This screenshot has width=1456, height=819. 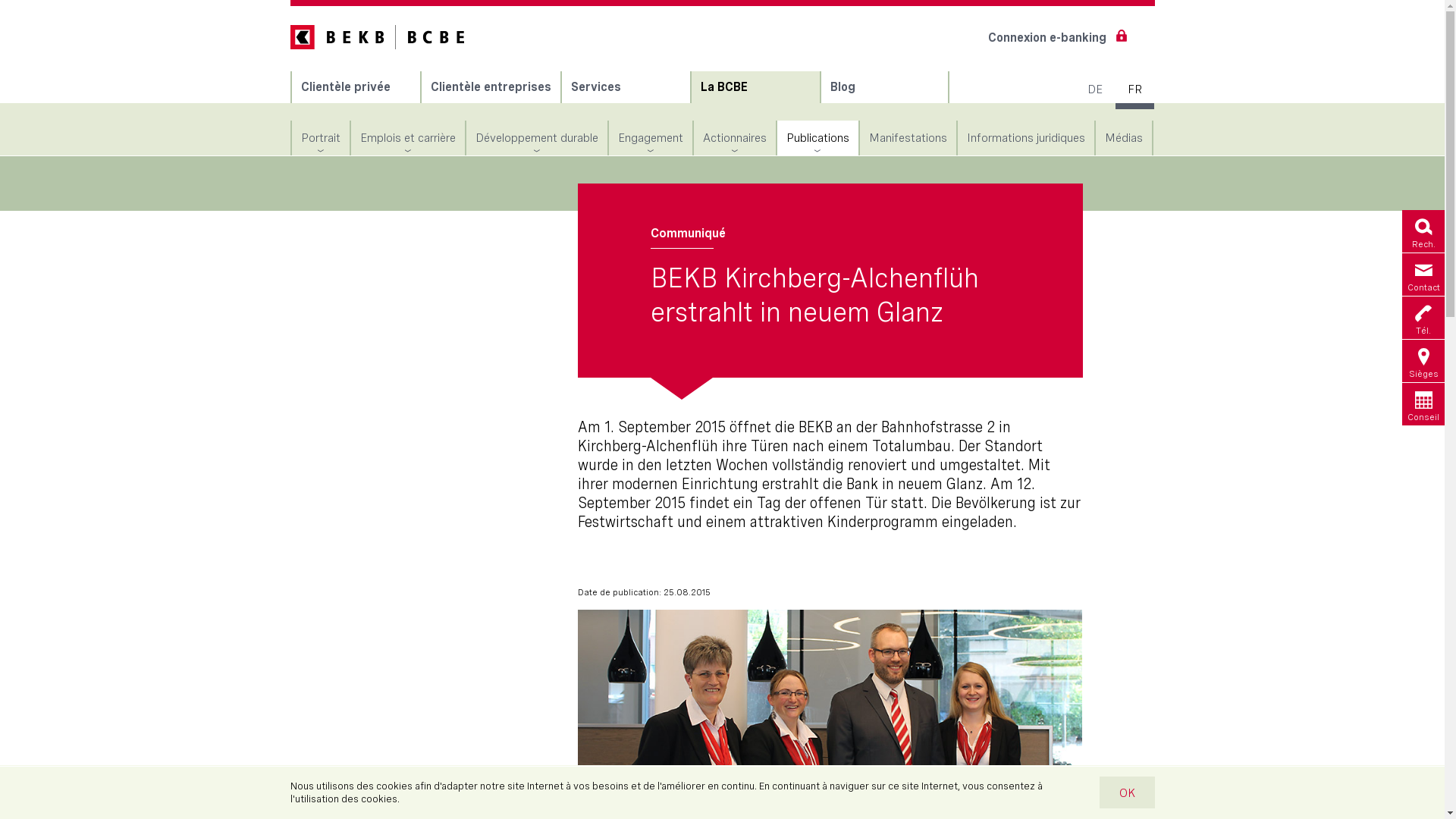 What do you see at coordinates (1125, 792) in the screenshot?
I see `'OK'` at bounding box center [1125, 792].